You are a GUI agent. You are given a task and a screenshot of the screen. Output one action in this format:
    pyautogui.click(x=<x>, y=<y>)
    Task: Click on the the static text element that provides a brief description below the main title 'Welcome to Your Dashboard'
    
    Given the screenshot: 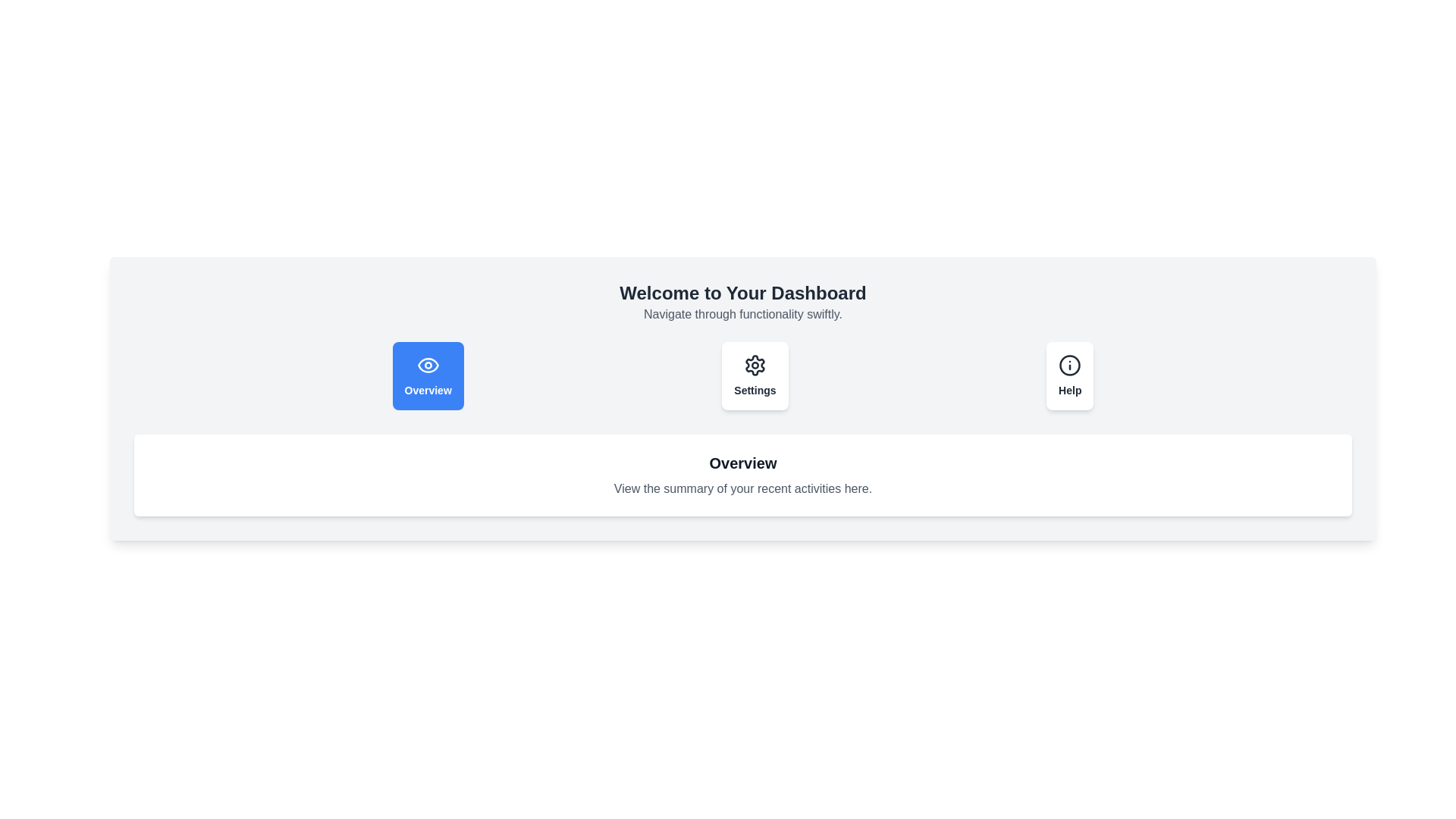 What is the action you would take?
    pyautogui.click(x=742, y=314)
    